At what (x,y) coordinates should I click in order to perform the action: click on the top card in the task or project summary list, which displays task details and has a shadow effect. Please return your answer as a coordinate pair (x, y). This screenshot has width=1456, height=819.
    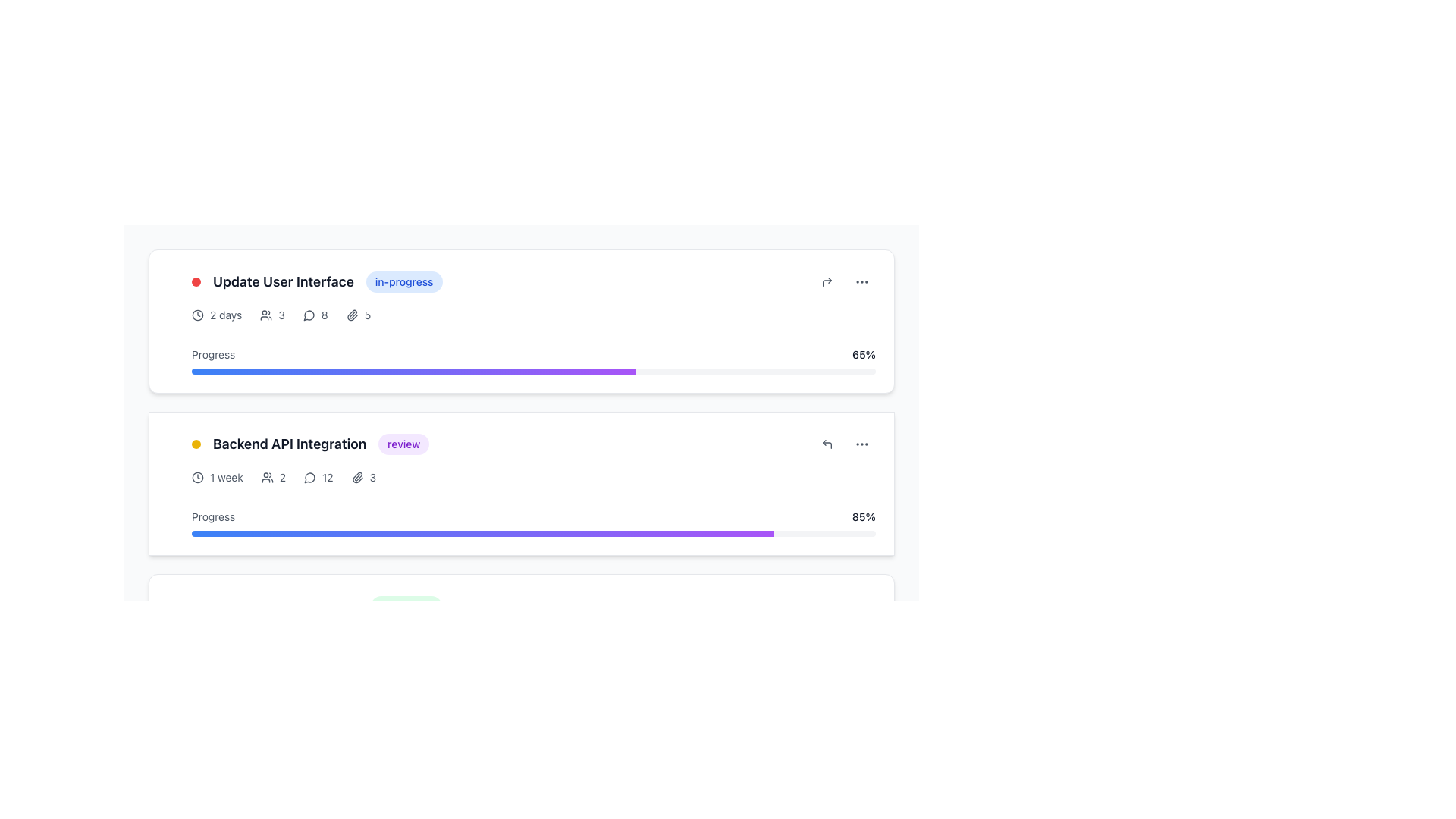
    Looking at the image, I should click on (534, 321).